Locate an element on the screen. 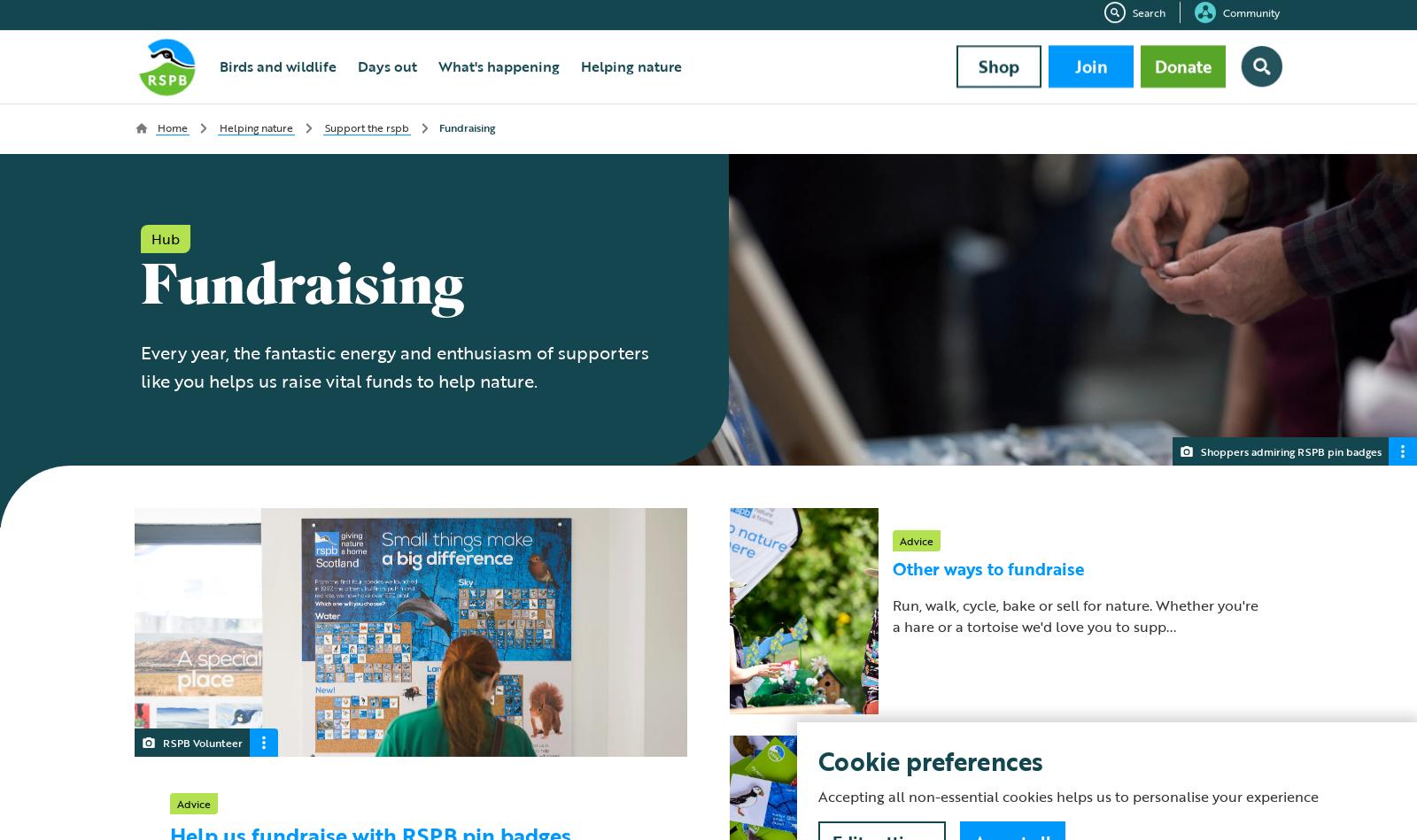  'Hub' is located at coordinates (163, 237).